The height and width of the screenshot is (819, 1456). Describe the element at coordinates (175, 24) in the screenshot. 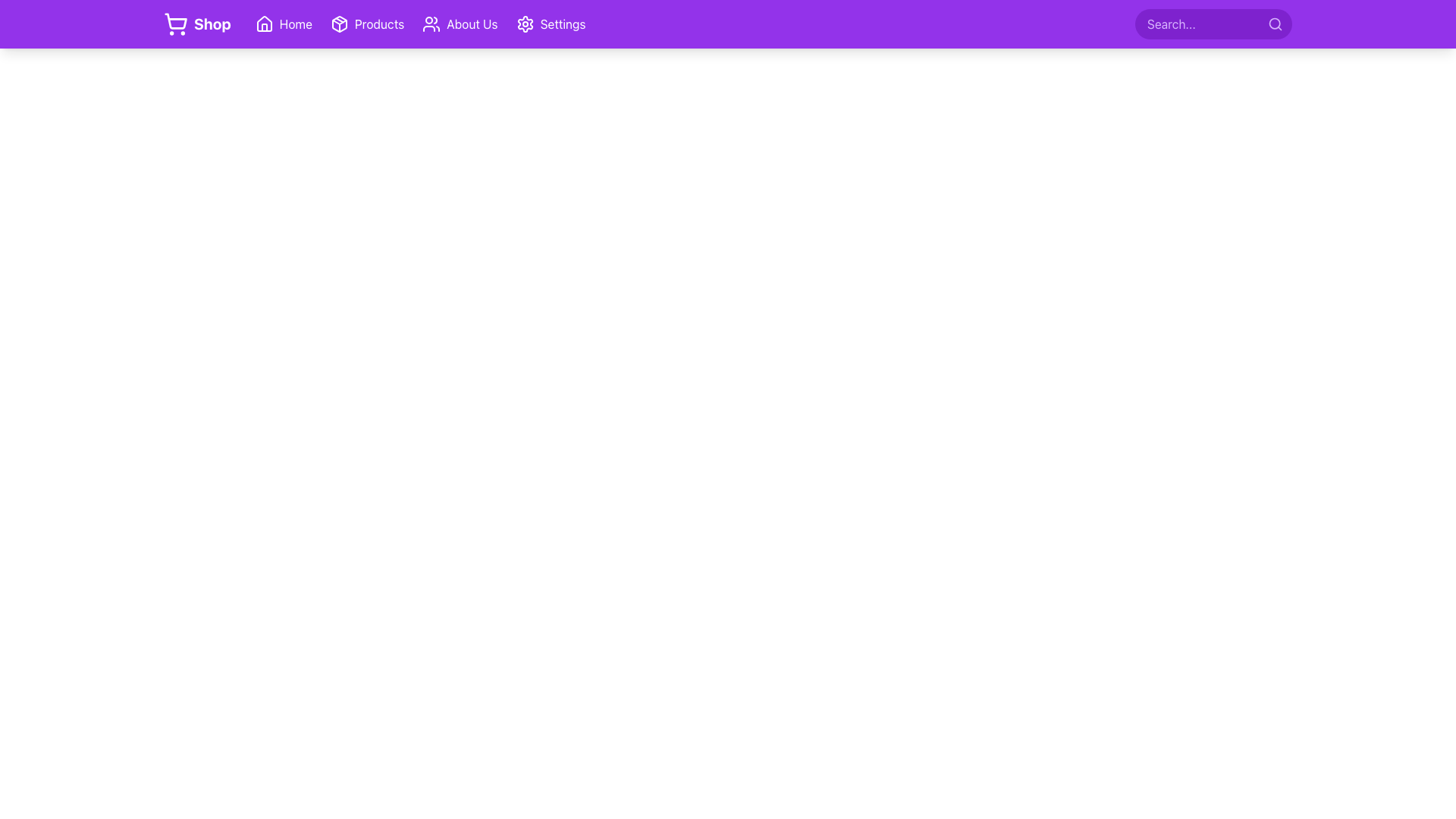

I see `the shopping cart icon located in the topmost navigation bar, adjacent to the 'Shop' text` at that location.